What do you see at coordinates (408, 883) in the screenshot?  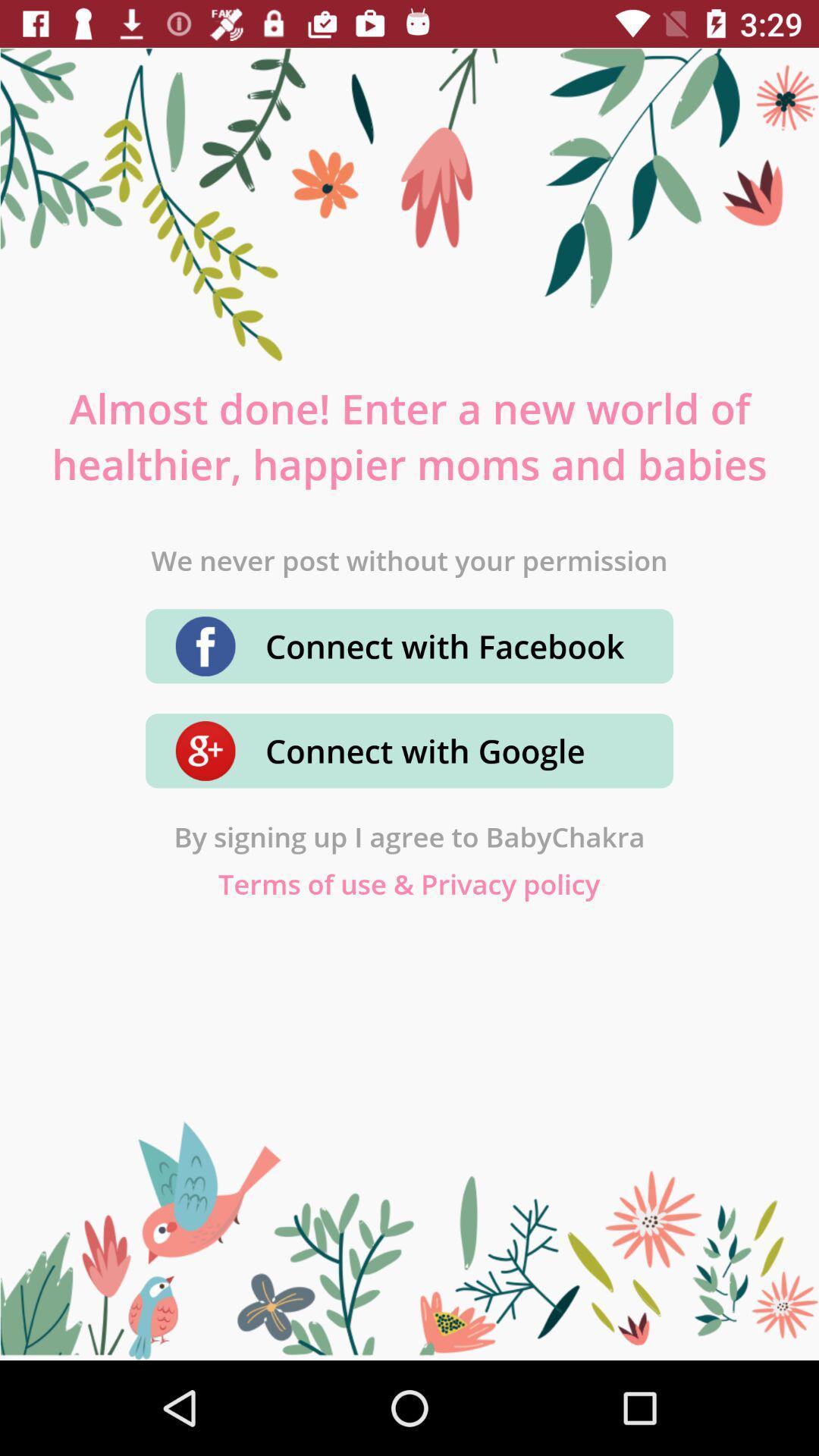 I see `the terms of use` at bounding box center [408, 883].